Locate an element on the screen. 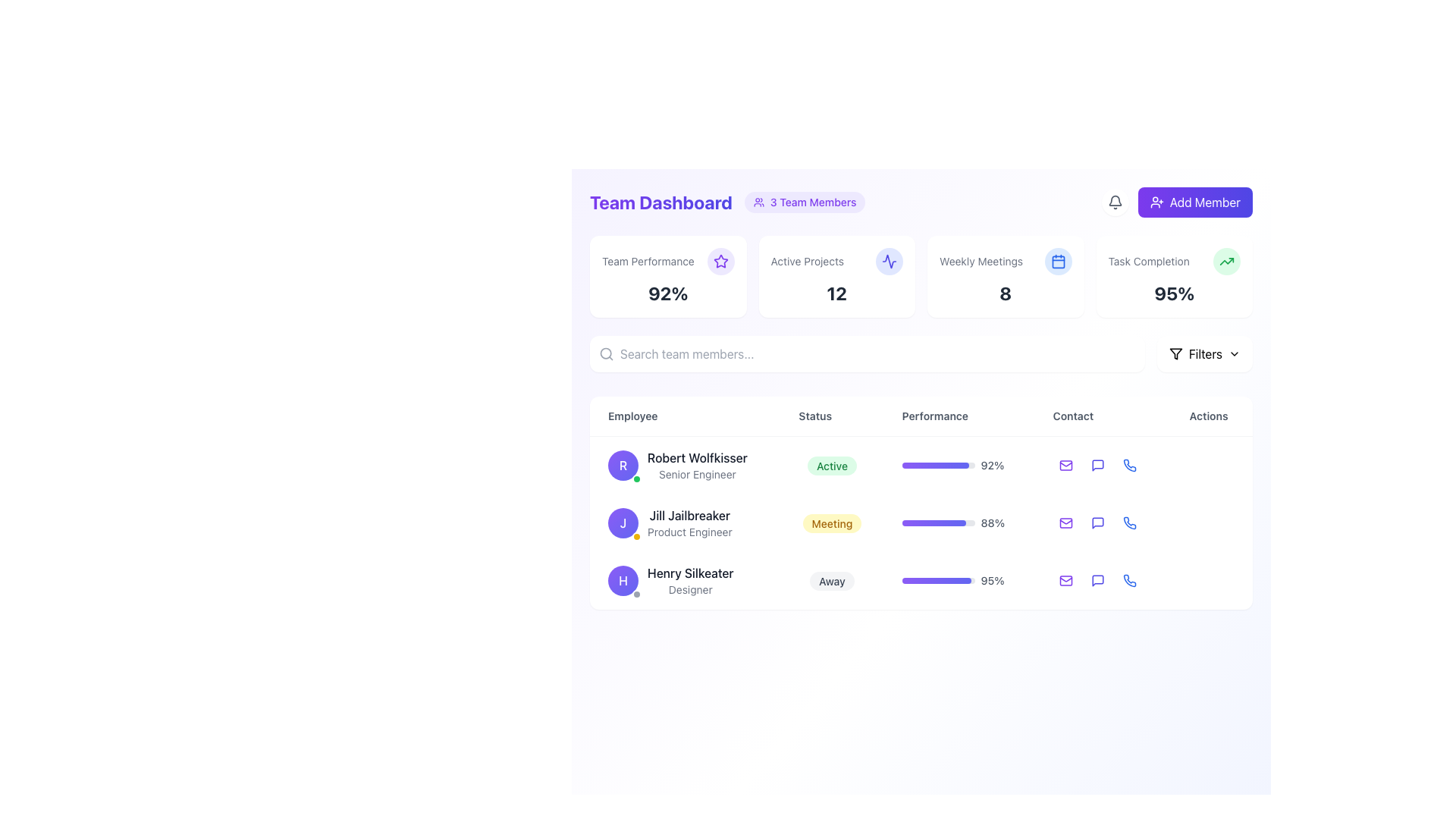 Image resolution: width=1456 pixels, height=819 pixels. the status indicator or badge located in the bottom-right corner of the purple circle labeled 'H' in the third row of the 'Employee' list section of the 'Team Dashboard' is located at coordinates (637, 593).